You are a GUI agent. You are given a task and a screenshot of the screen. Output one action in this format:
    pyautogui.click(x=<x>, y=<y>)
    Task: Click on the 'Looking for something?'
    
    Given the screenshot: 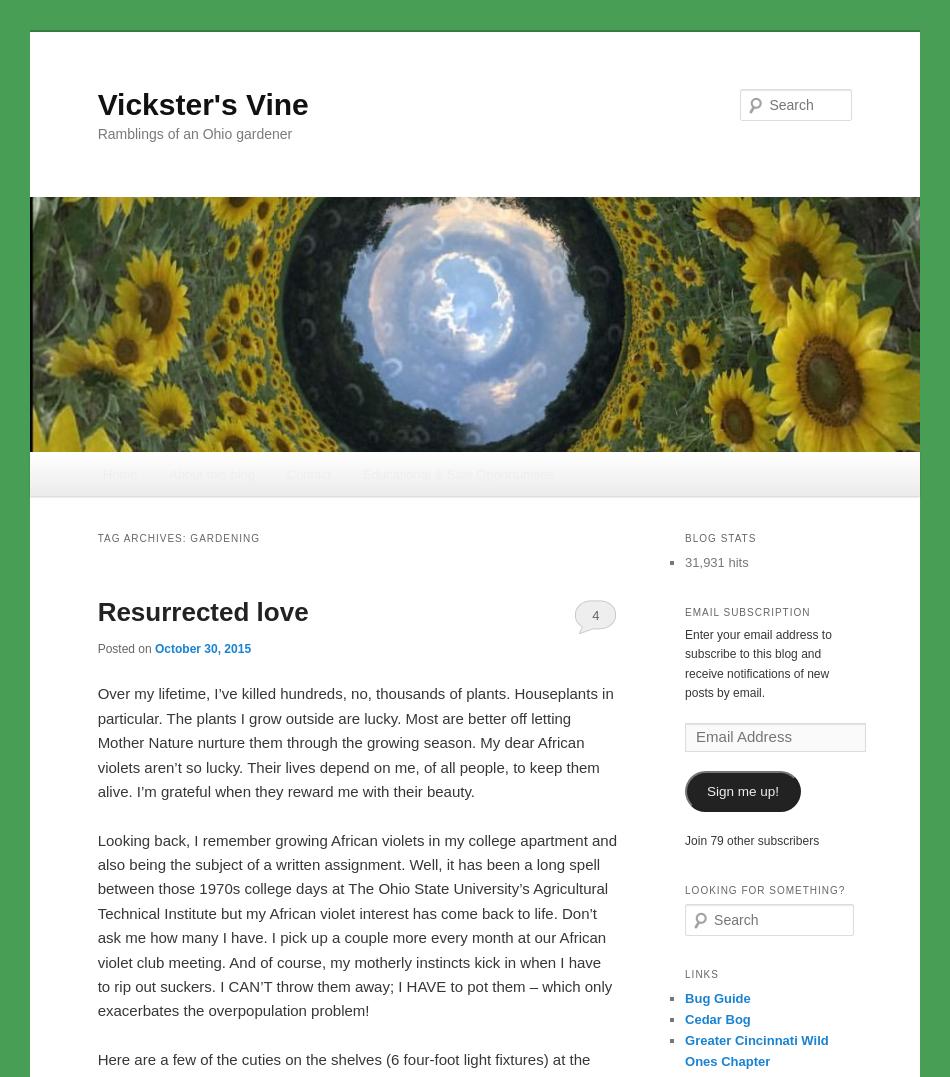 What is the action you would take?
    pyautogui.click(x=764, y=889)
    